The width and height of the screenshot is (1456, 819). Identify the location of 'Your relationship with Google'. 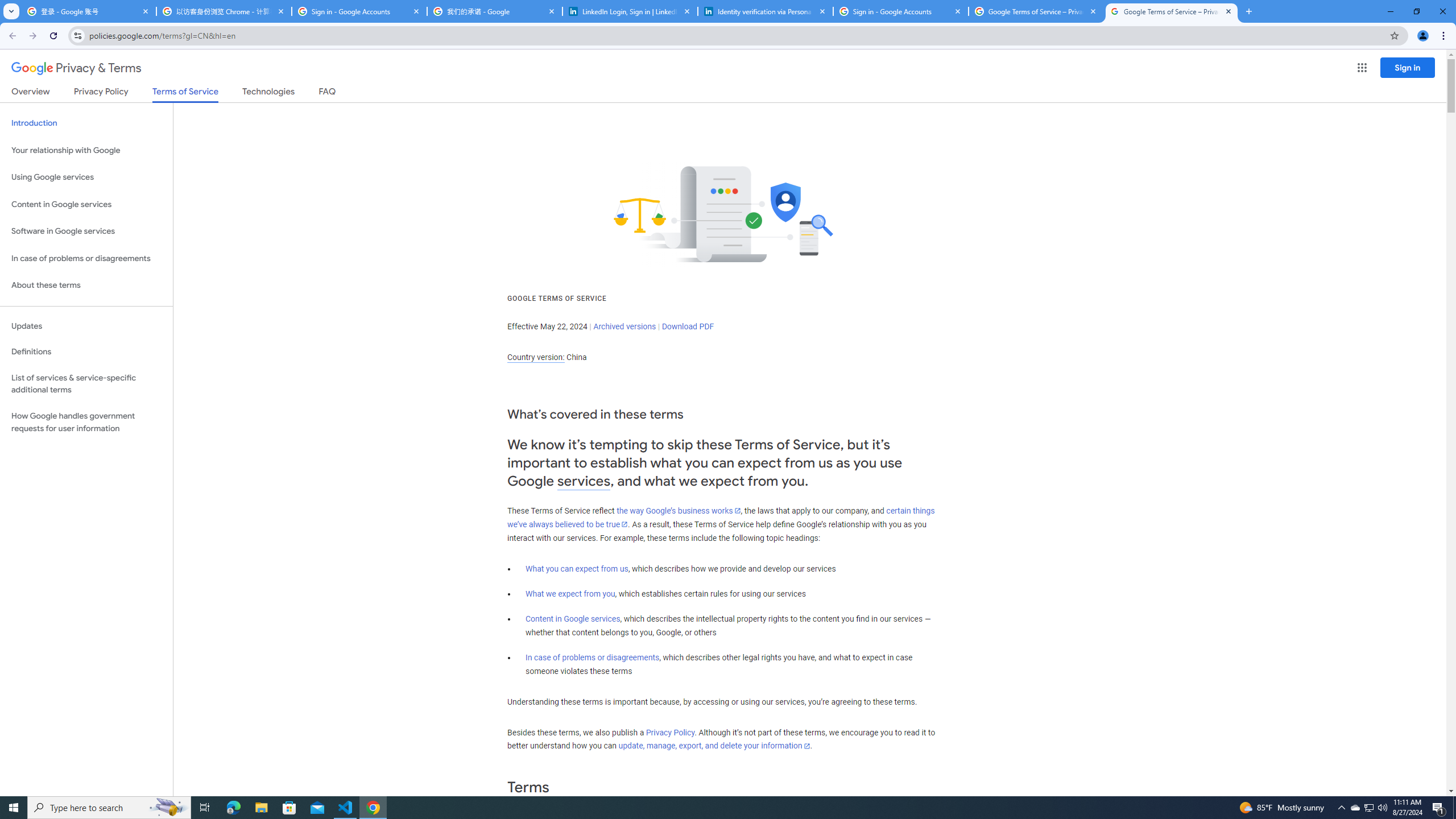
(86, 150).